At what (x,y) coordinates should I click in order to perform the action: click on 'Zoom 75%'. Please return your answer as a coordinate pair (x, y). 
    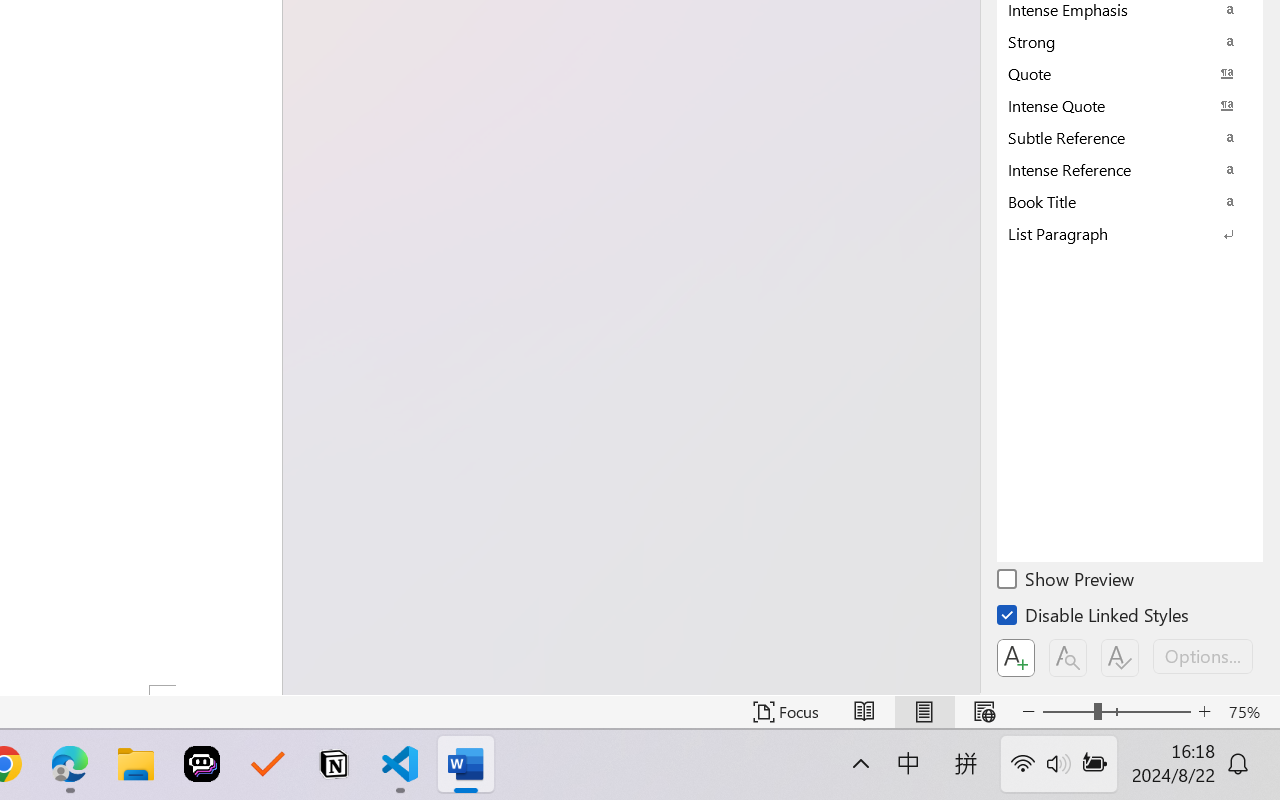
    Looking at the image, I should click on (1248, 711).